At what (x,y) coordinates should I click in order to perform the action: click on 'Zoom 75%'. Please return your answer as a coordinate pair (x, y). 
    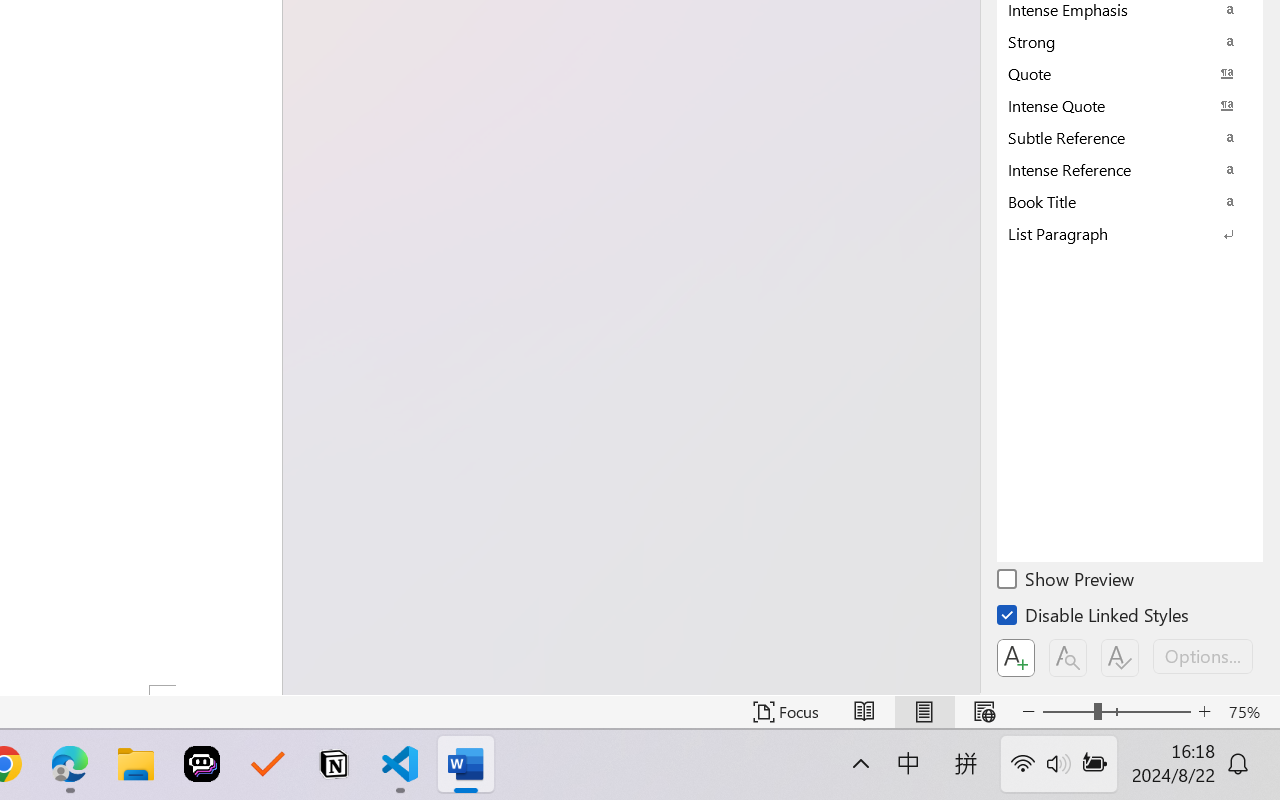
    Looking at the image, I should click on (1248, 711).